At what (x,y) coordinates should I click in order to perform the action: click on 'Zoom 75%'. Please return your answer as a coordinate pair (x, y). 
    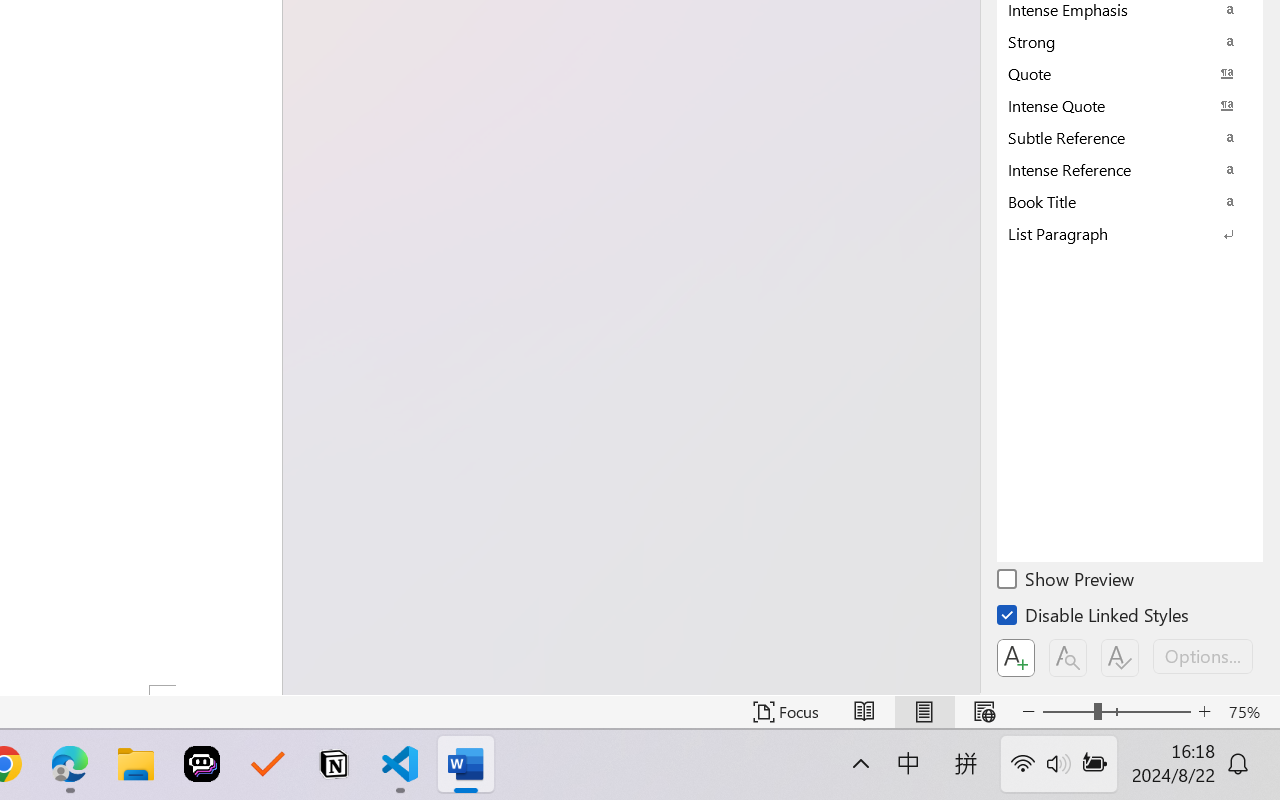
    Looking at the image, I should click on (1248, 711).